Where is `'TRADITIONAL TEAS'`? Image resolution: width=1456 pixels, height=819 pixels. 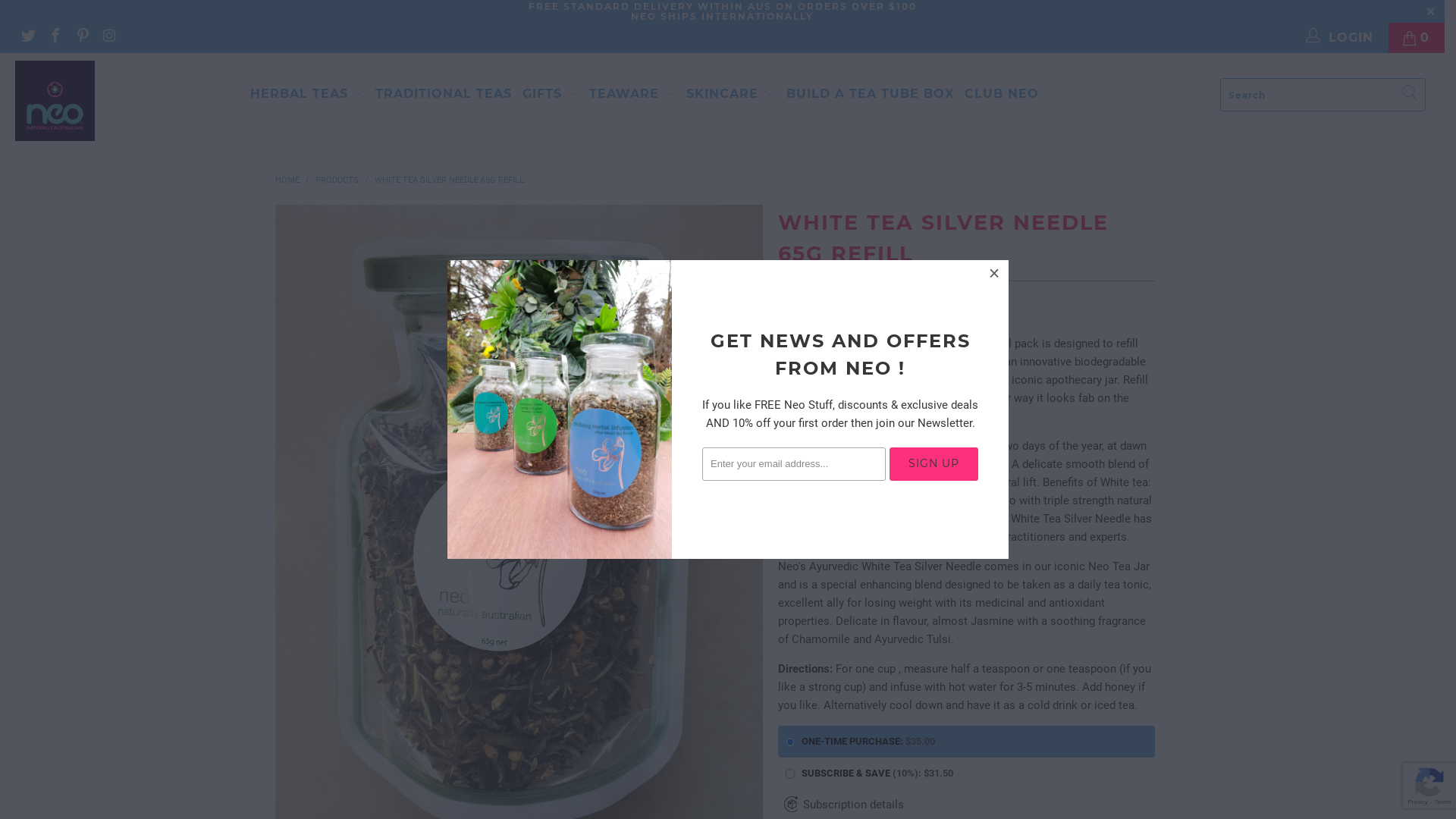
'TRADITIONAL TEAS' is located at coordinates (375, 94).